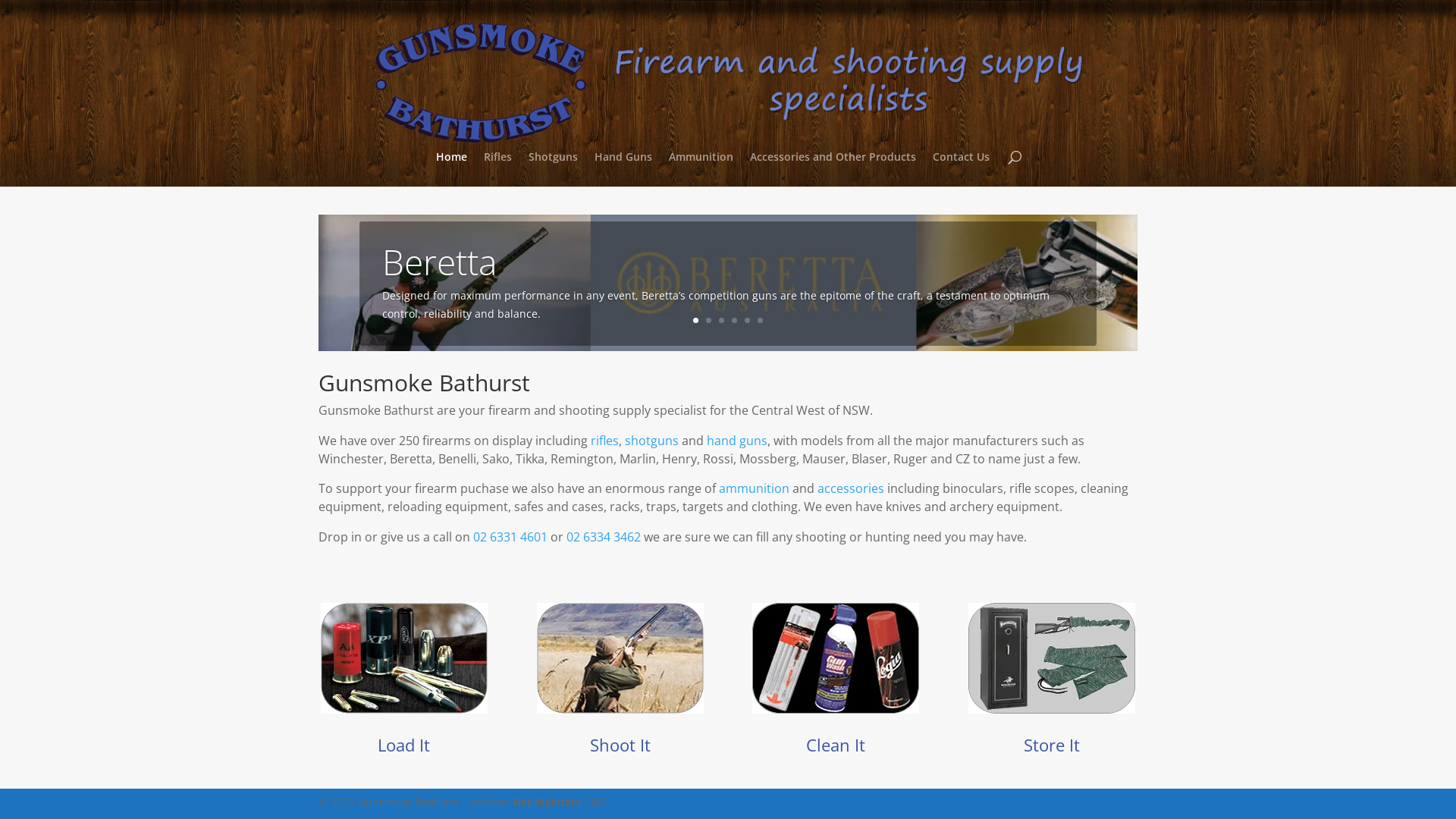 Image resolution: width=1456 pixels, height=819 pixels. What do you see at coordinates (754, 488) in the screenshot?
I see `'ammunition'` at bounding box center [754, 488].